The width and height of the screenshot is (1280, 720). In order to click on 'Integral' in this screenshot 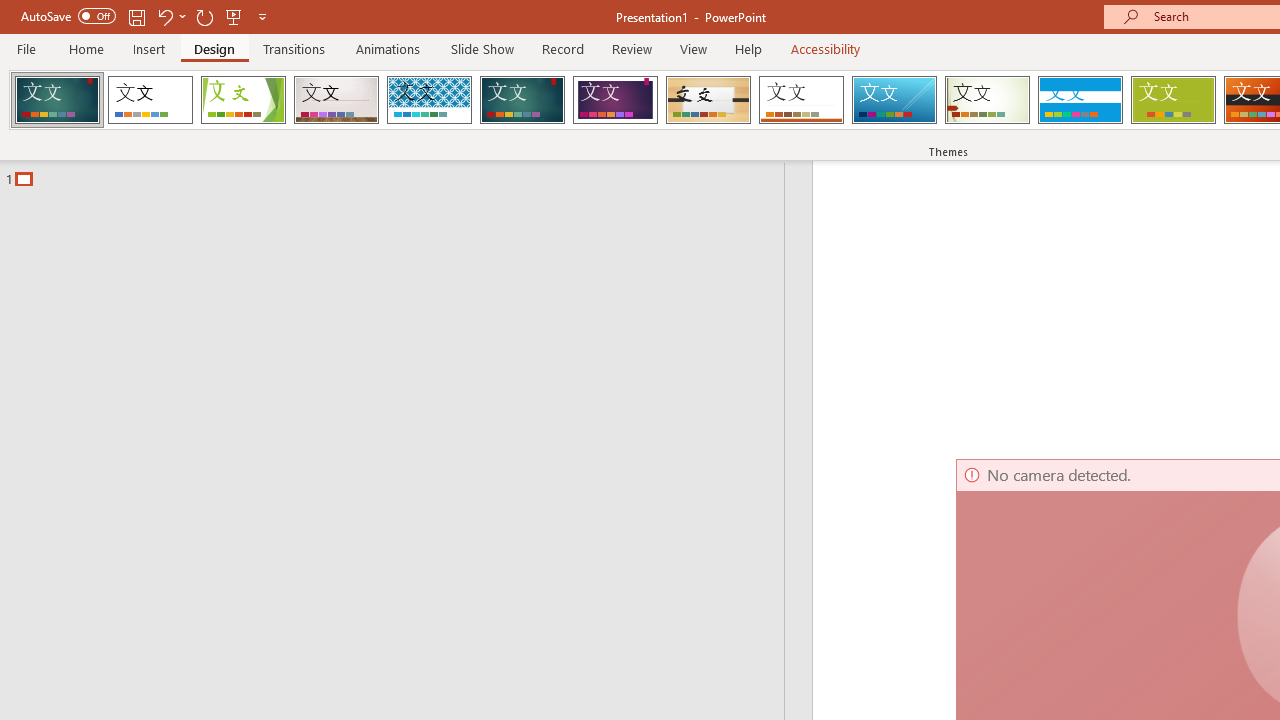, I will do `click(428, 100)`.